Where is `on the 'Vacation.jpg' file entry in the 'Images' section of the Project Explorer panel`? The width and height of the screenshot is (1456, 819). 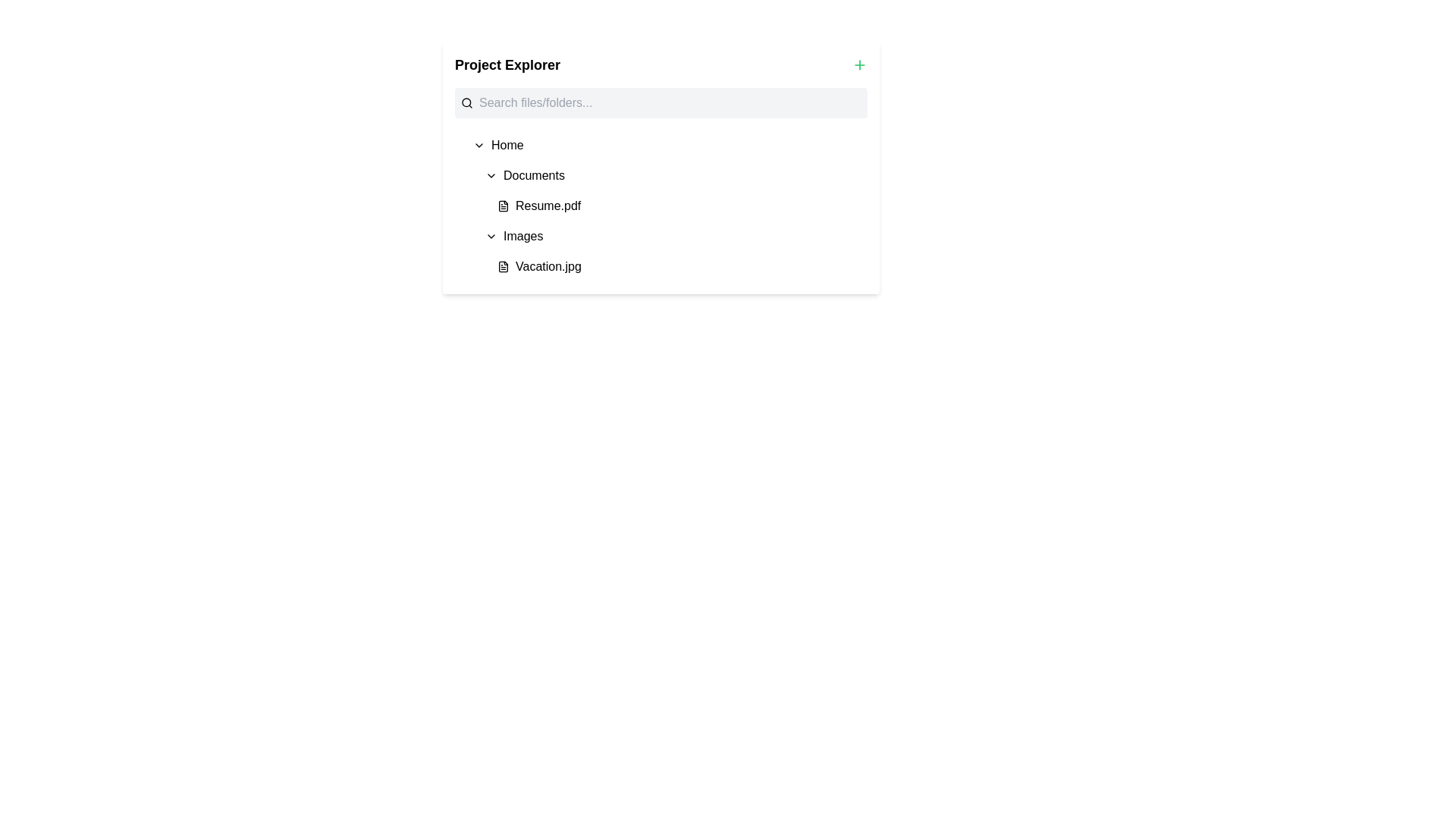
on the 'Vacation.jpg' file entry in the 'Images' section of the Project Explorer panel is located at coordinates (679, 265).